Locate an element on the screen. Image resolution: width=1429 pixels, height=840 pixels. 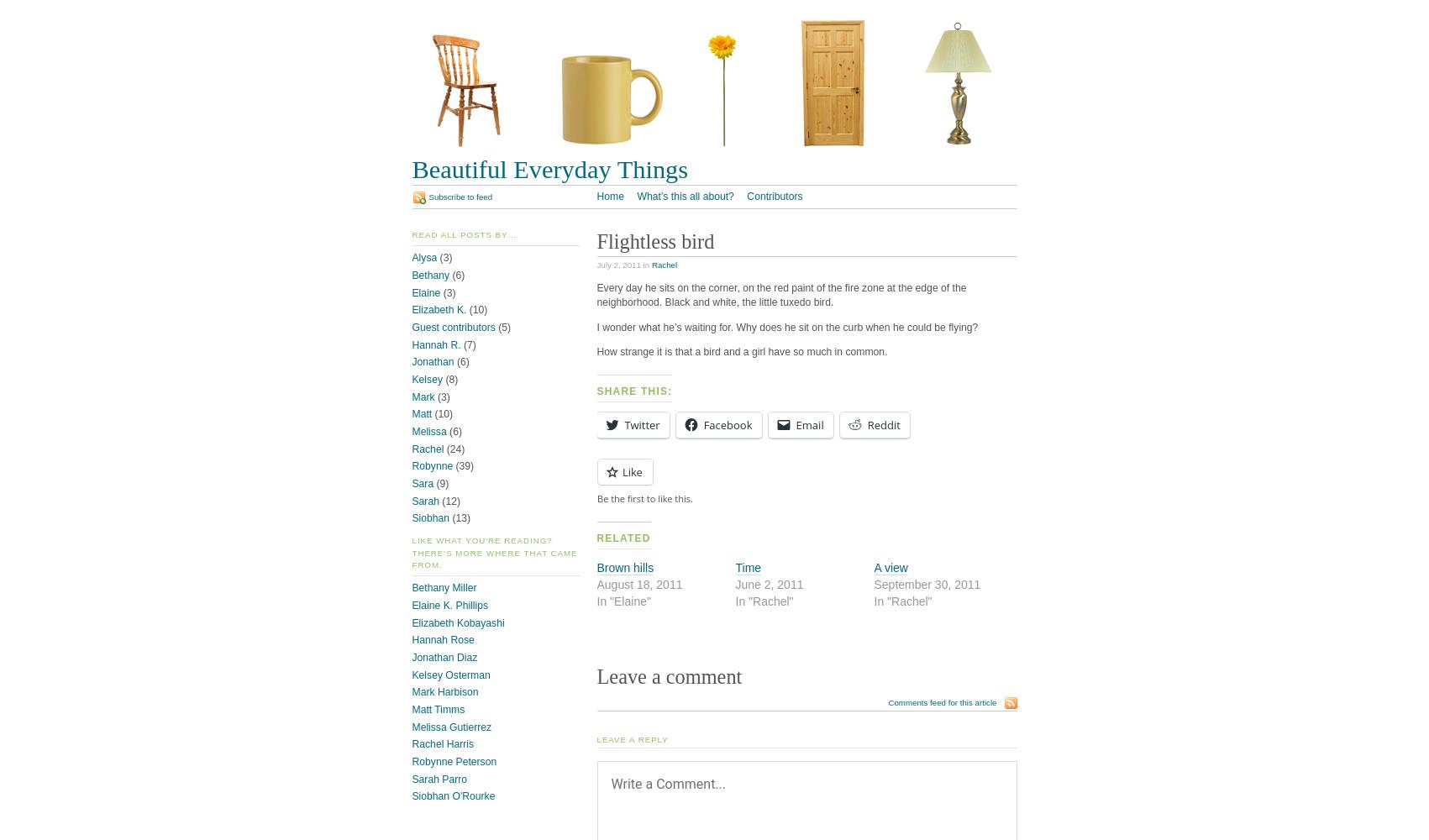
'Share this:' is located at coordinates (634, 390).